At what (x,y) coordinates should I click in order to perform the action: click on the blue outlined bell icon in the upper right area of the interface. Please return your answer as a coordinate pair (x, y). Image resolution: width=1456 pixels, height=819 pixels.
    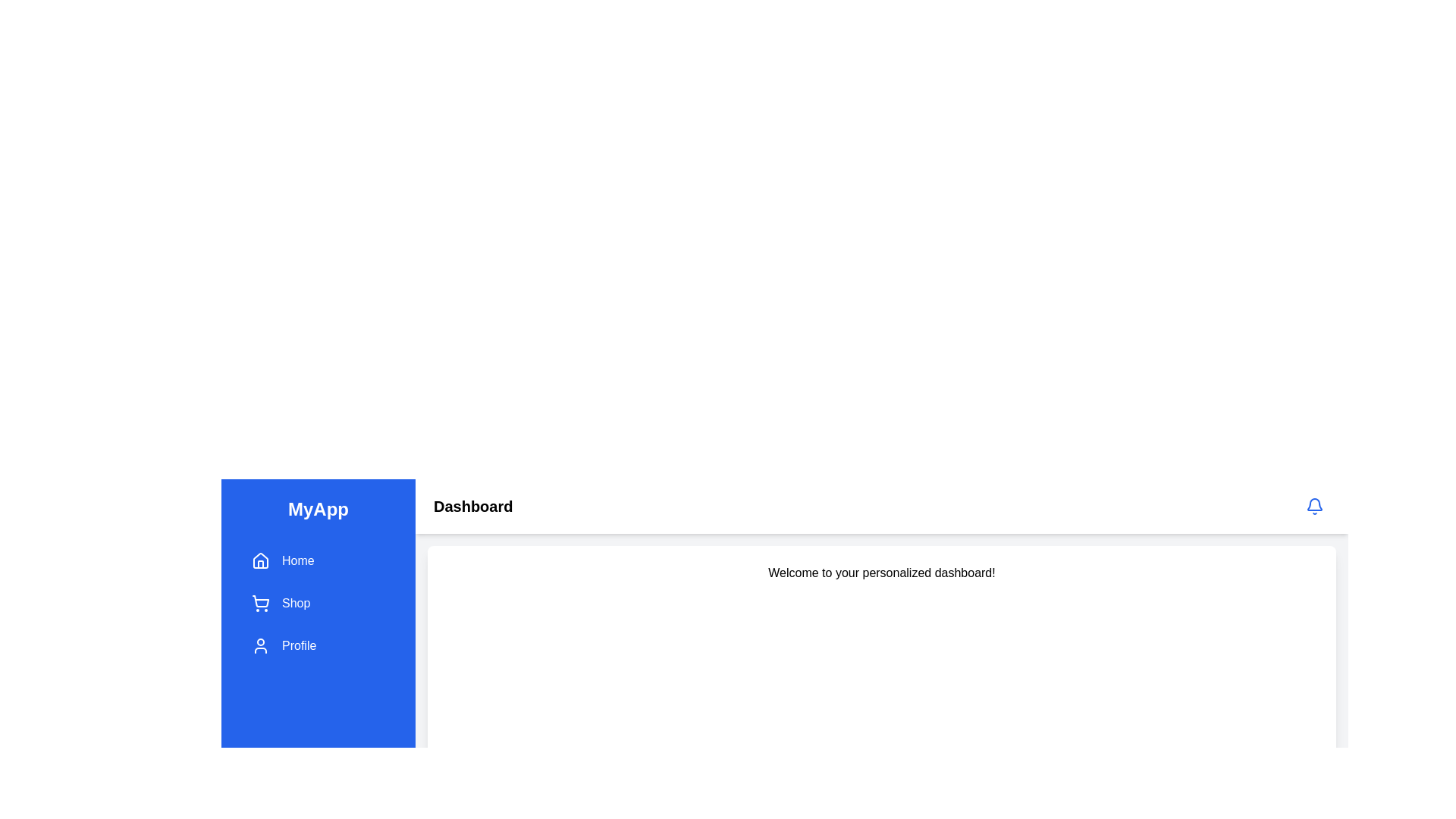
    Looking at the image, I should click on (1313, 506).